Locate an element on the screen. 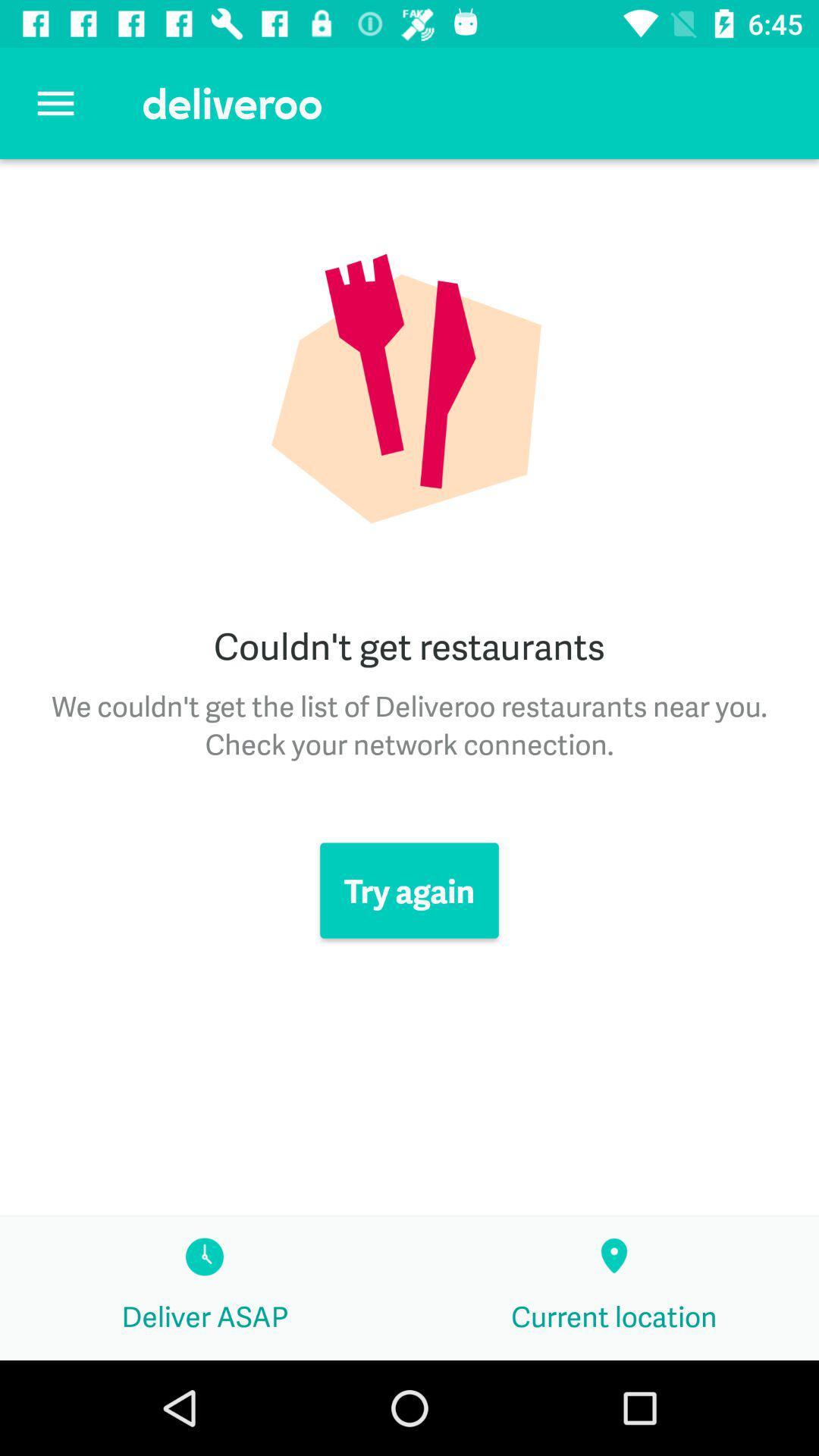 This screenshot has height=1456, width=819. icon to the right of deliver asap item is located at coordinates (614, 1288).